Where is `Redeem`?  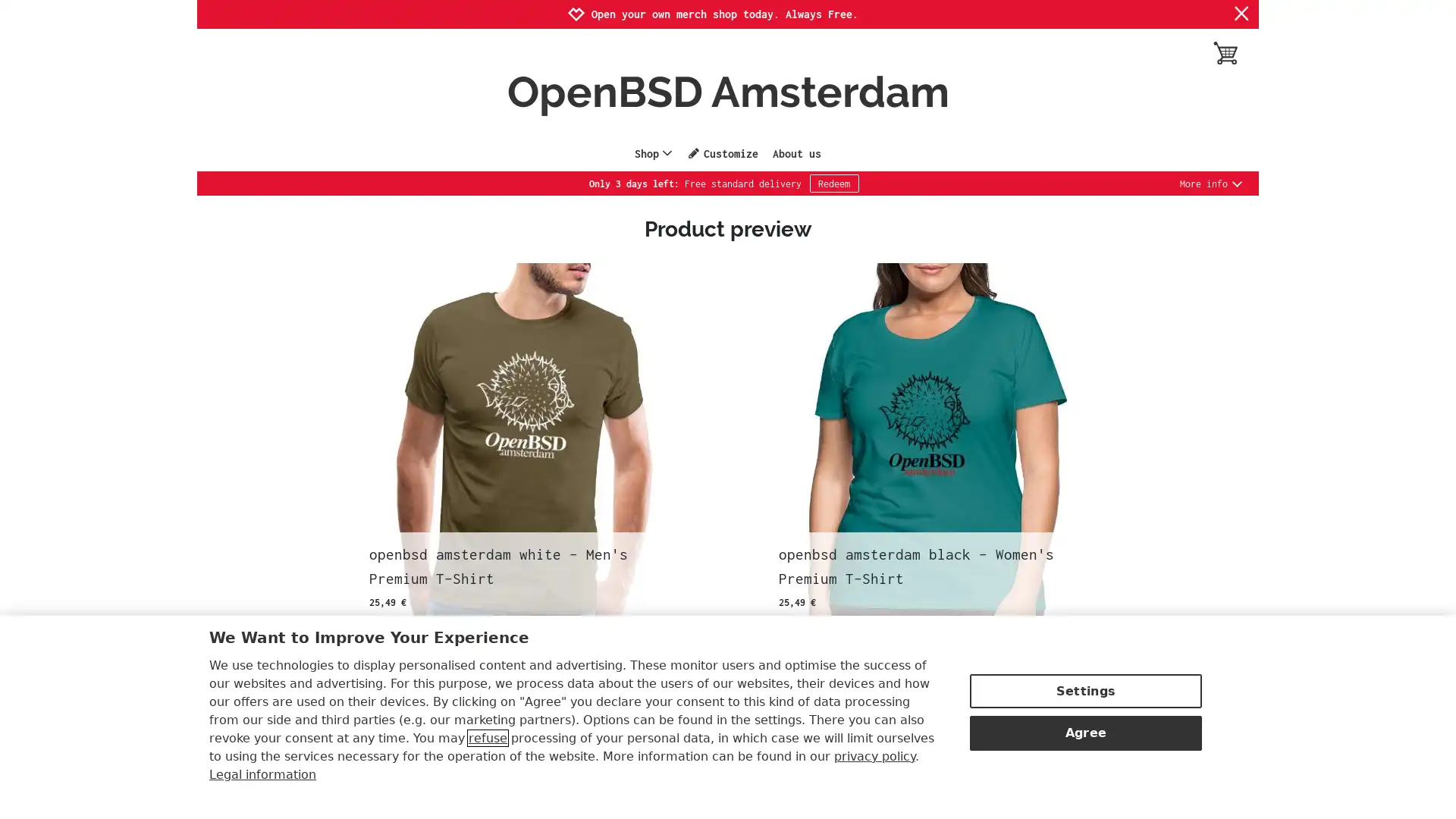 Redeem is located at coordinates (833, 183).